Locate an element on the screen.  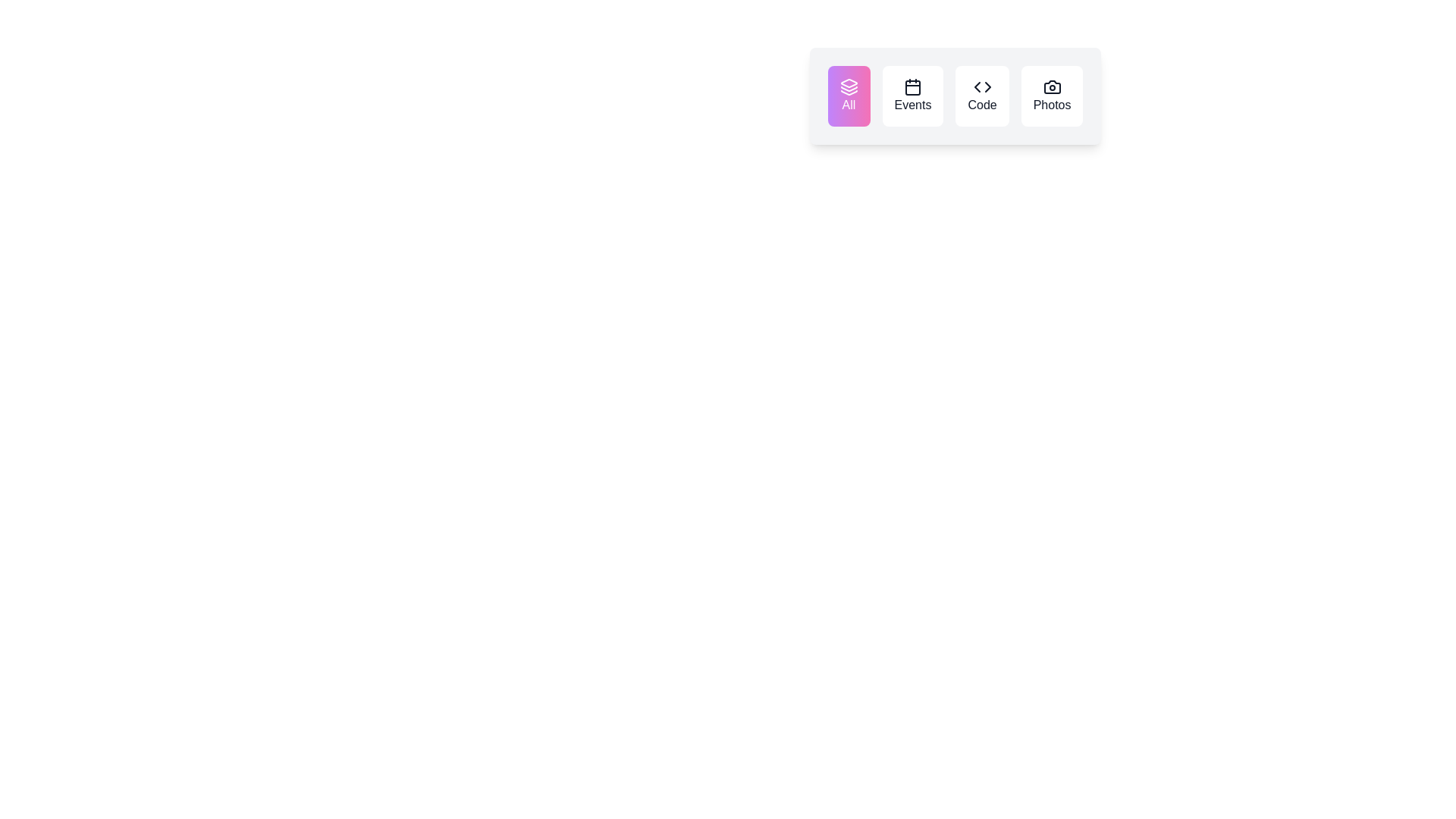
the 'Events' button, which is the second button in a row of four, located between the 'All' button and the 'Code' button is located at coordinates (912, 96).